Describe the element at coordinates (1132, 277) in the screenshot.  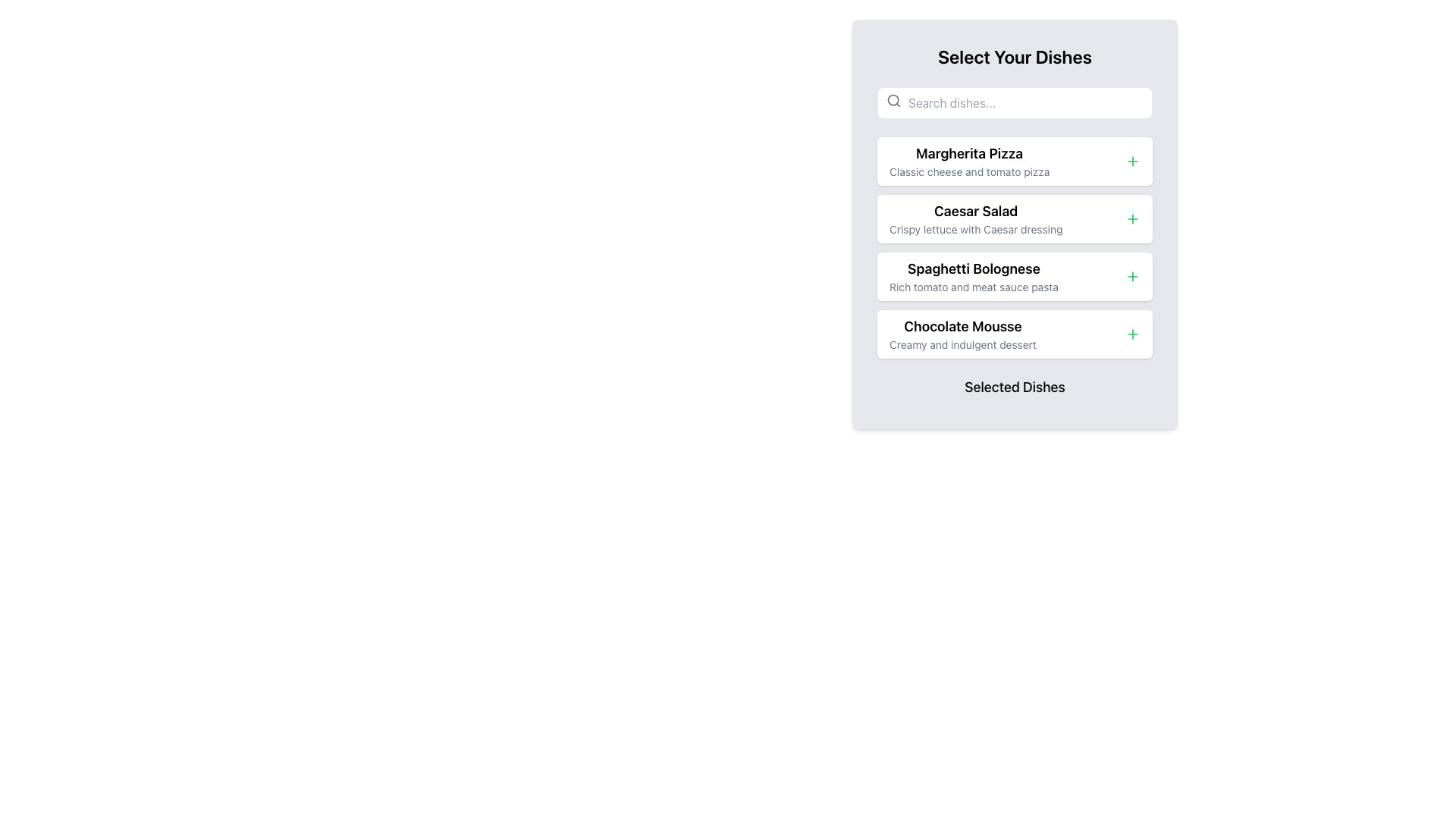
I see `the green-colored plus icon button at the far right end of the 'Spaghetti Bolognese' list item` at that location.